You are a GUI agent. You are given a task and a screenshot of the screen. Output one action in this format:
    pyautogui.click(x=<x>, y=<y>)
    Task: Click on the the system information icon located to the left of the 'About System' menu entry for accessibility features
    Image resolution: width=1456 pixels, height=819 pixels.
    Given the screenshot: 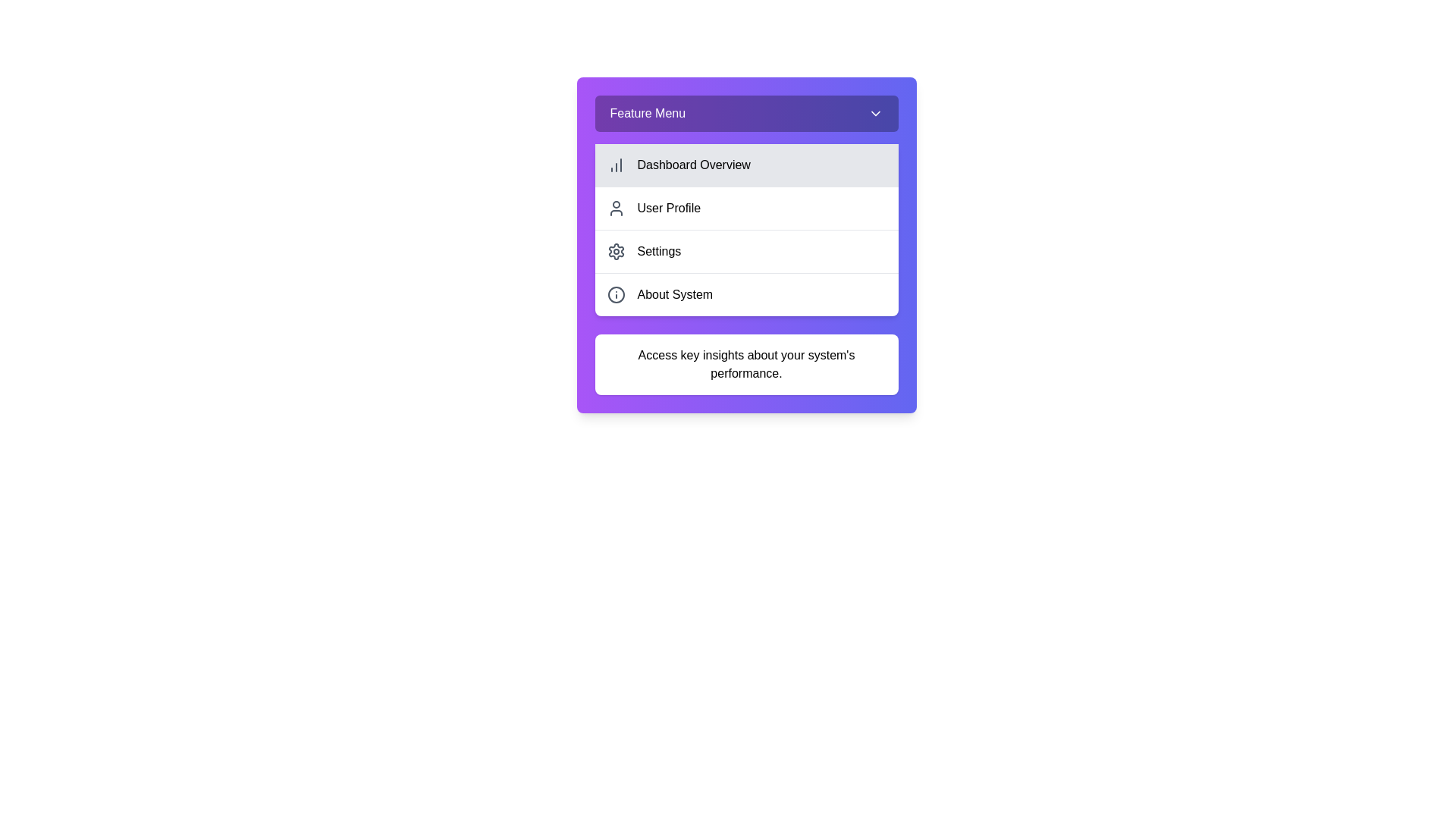 What is the action you would take?
    pyautogui.click(x=616, y=295)
    